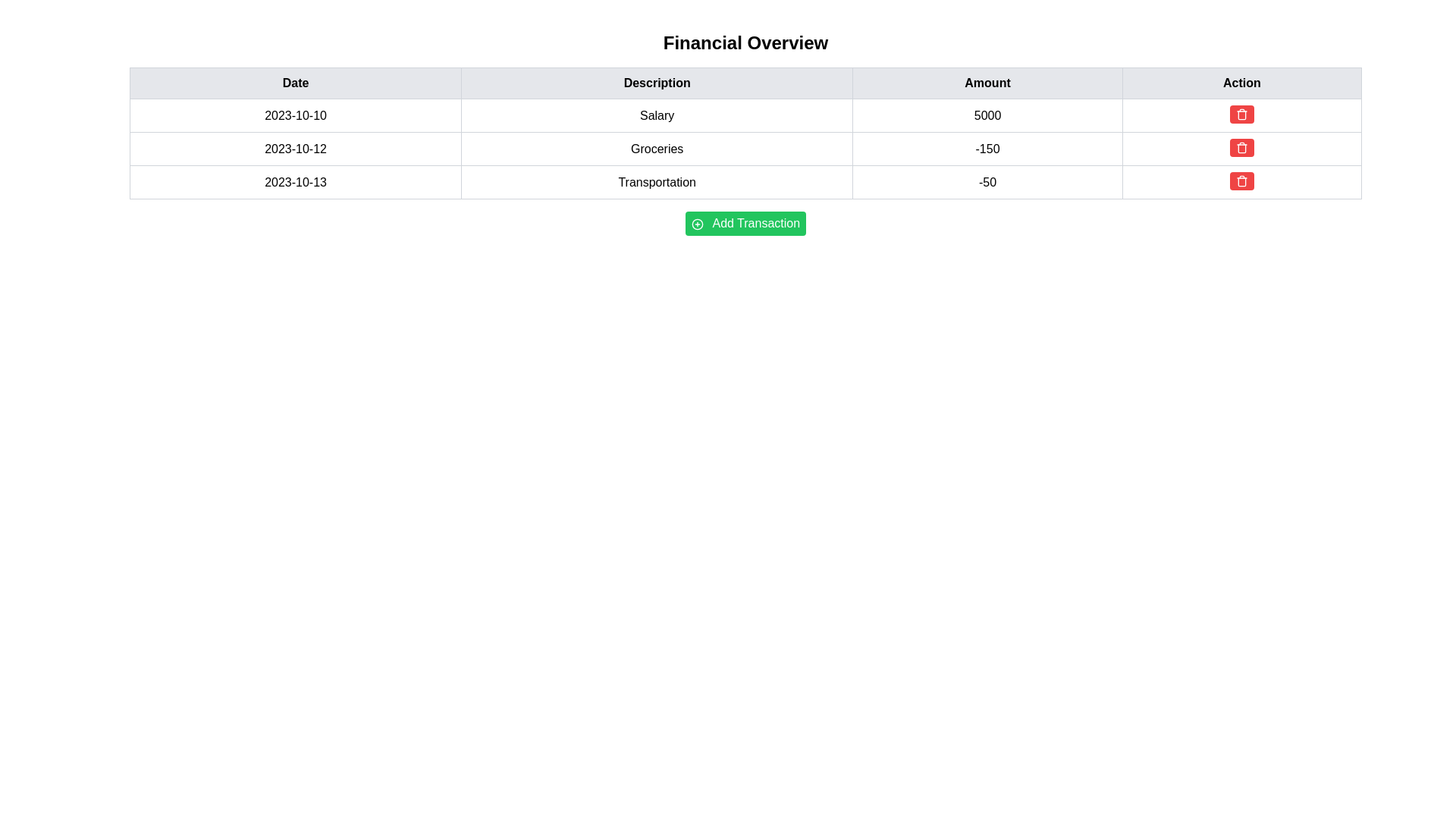 The width and height of the screenshot is (1456, 819). What do you see at coordinates (657, 181) in the screenshot?
I see `the non-interactive text label displaying 'Transportation' in the financial record for the date 2023-10-13, located under the 'Description' column` at bounding box center [657, 181].